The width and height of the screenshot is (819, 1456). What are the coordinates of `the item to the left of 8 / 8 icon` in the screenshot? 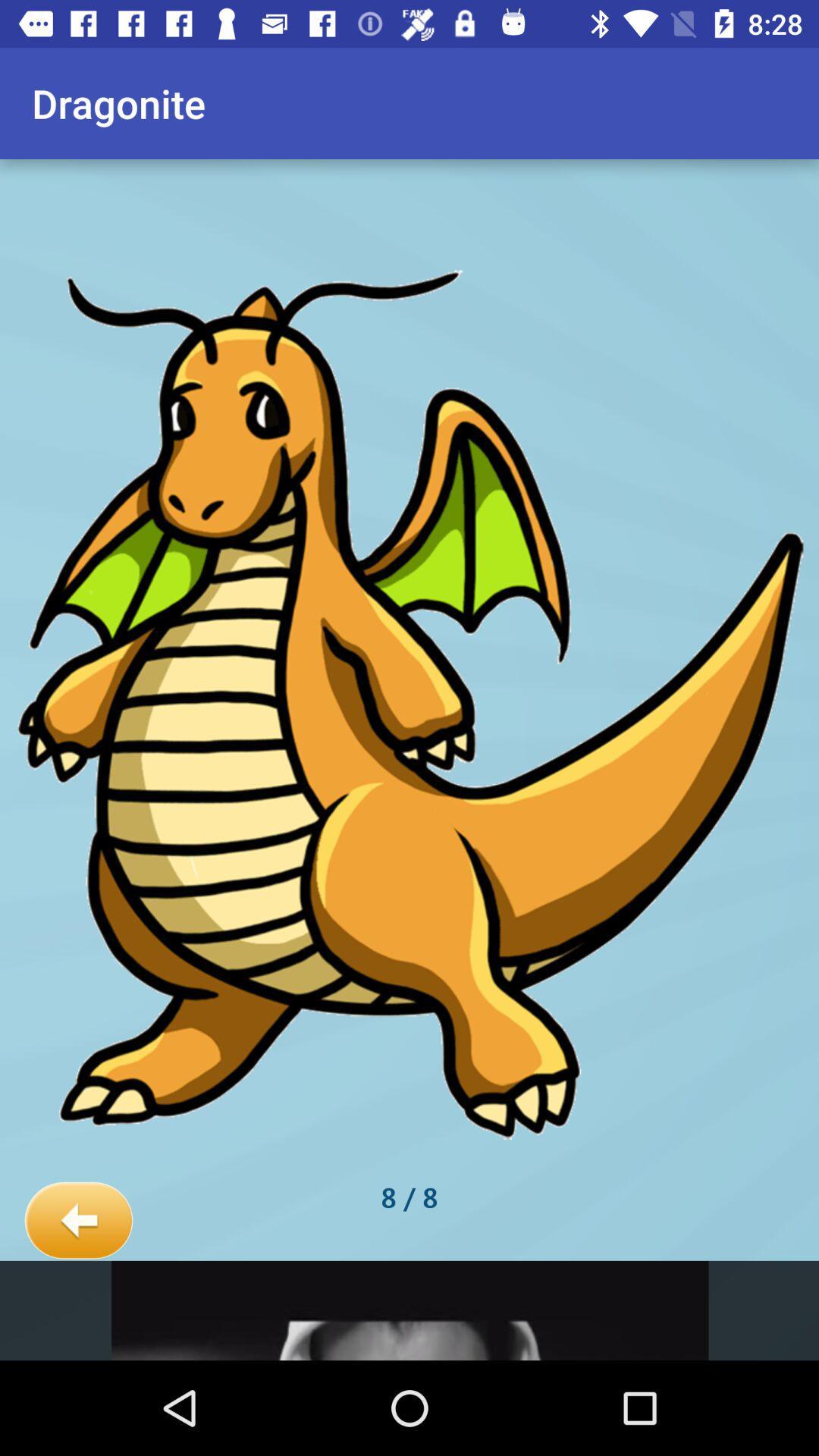 It's located at (78, 1221).